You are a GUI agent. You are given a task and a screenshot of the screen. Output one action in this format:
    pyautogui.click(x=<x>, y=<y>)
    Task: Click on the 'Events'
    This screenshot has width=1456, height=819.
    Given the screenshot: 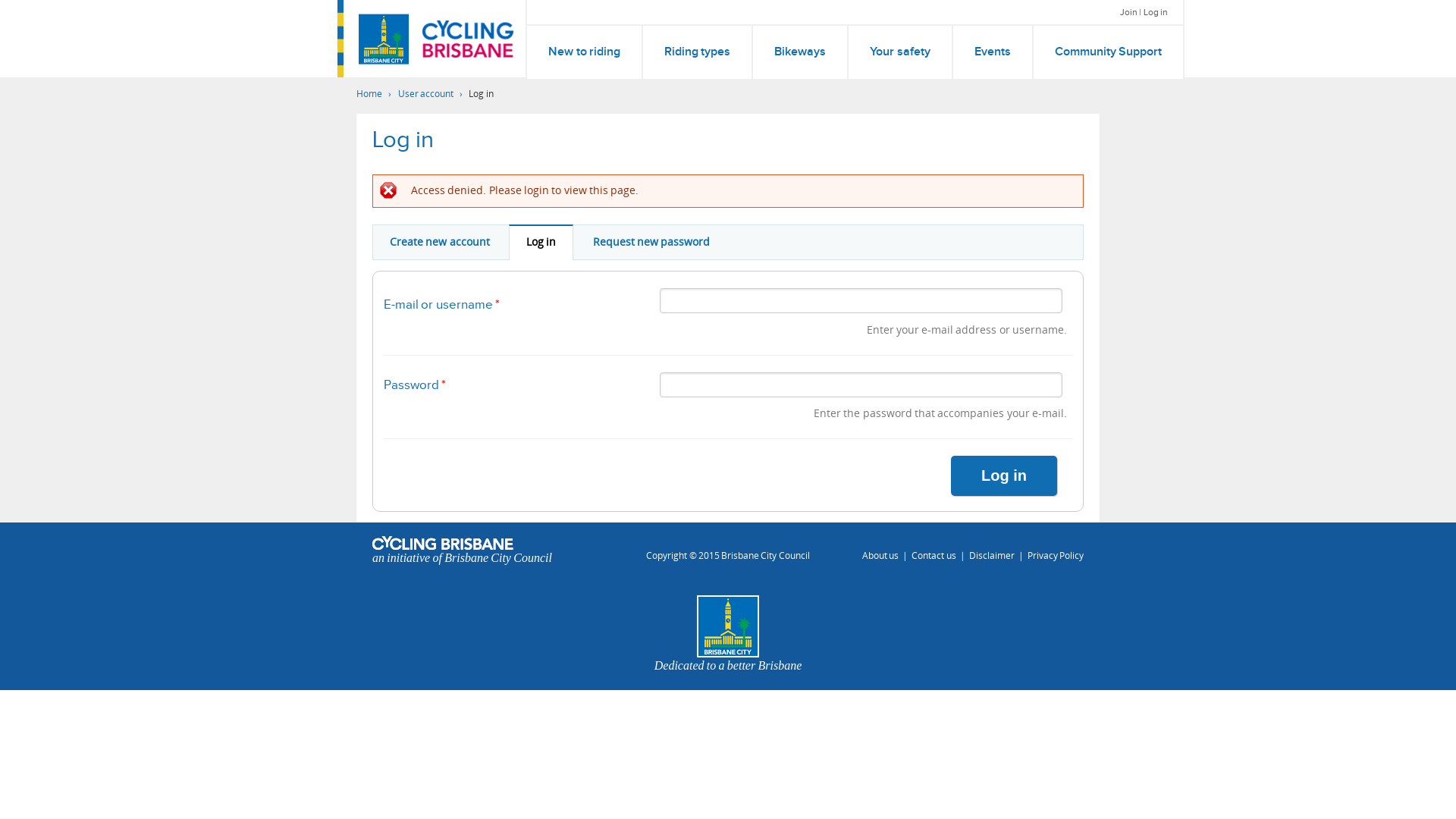 What is the action you would take?
    pyautogui.click(x=993, y=52)
    